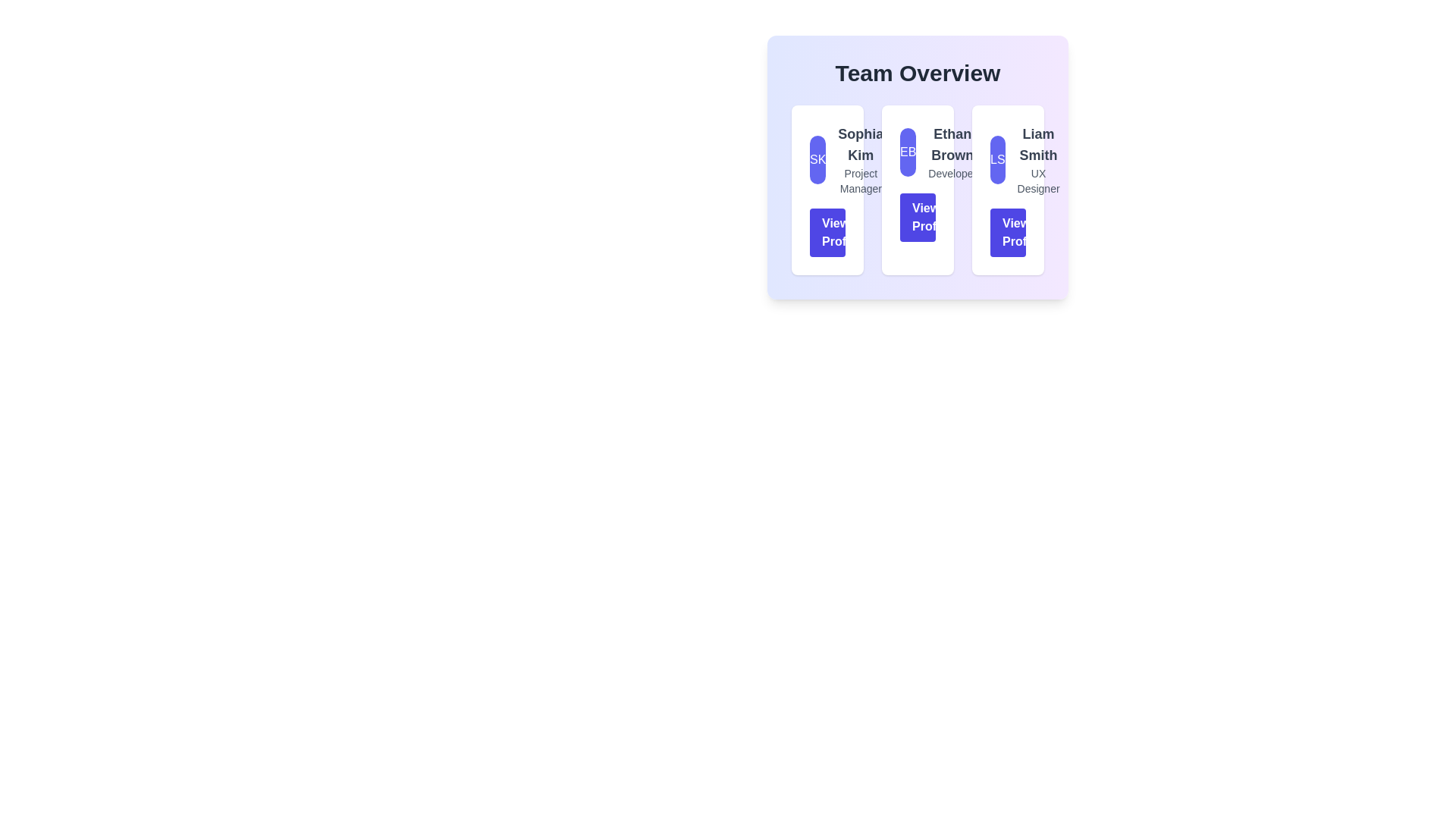 The width and height of the screenshot is (1456, 819). What do you see at coordinates (997, 160) in the screenshot?
I see `the circular badge with a purple background and white text displaying the initials 'LS' located in the profile card of 'Liam Smith'` at bounding box center [997, 160].